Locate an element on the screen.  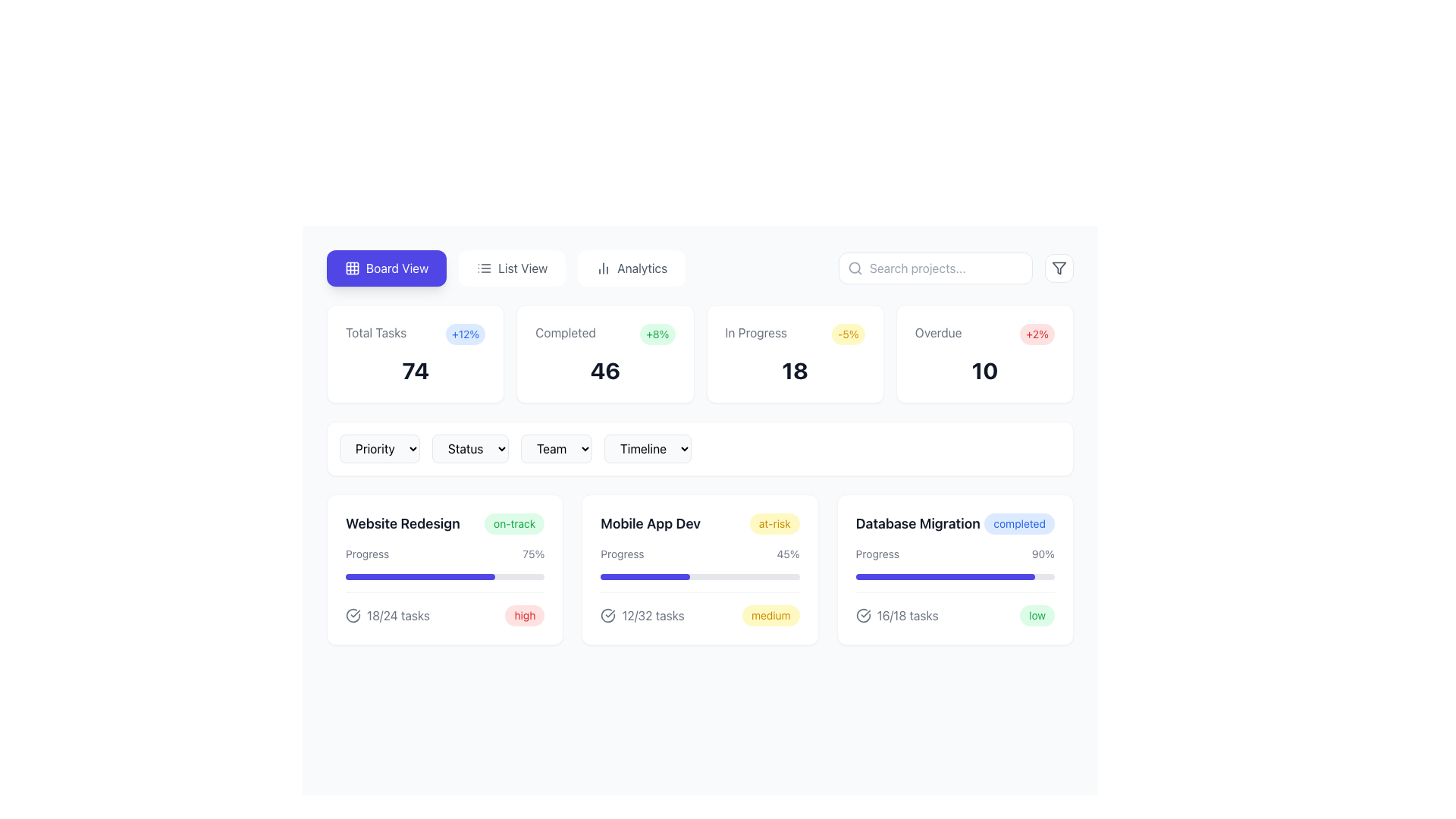
Text label that describes the associated statistical data for completed tasks, located in the second block from the left under 'Total Tasks' is located at coordinates (565, 332).